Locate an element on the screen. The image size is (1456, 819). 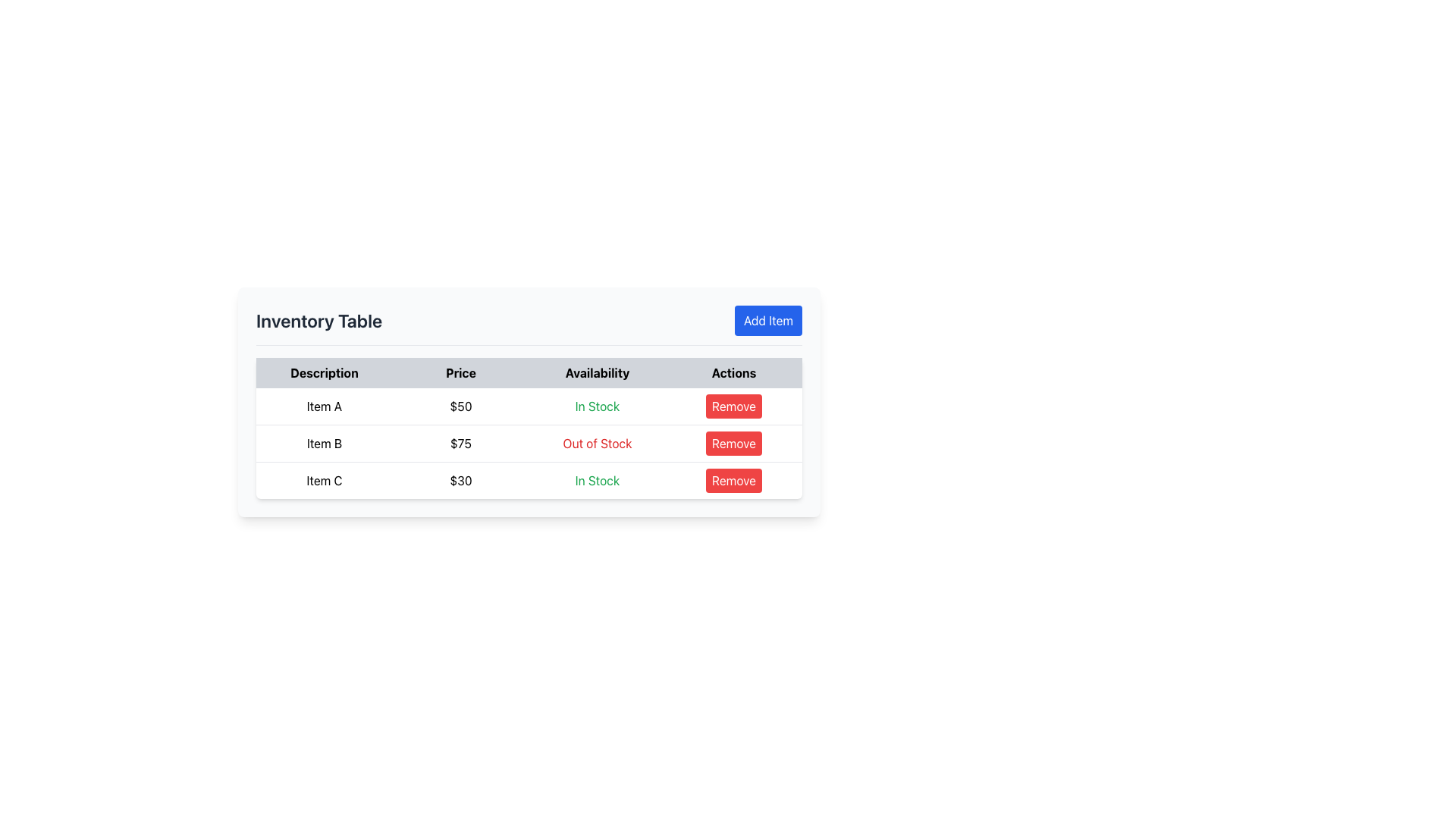
the button is located at coordinates (734, 406).